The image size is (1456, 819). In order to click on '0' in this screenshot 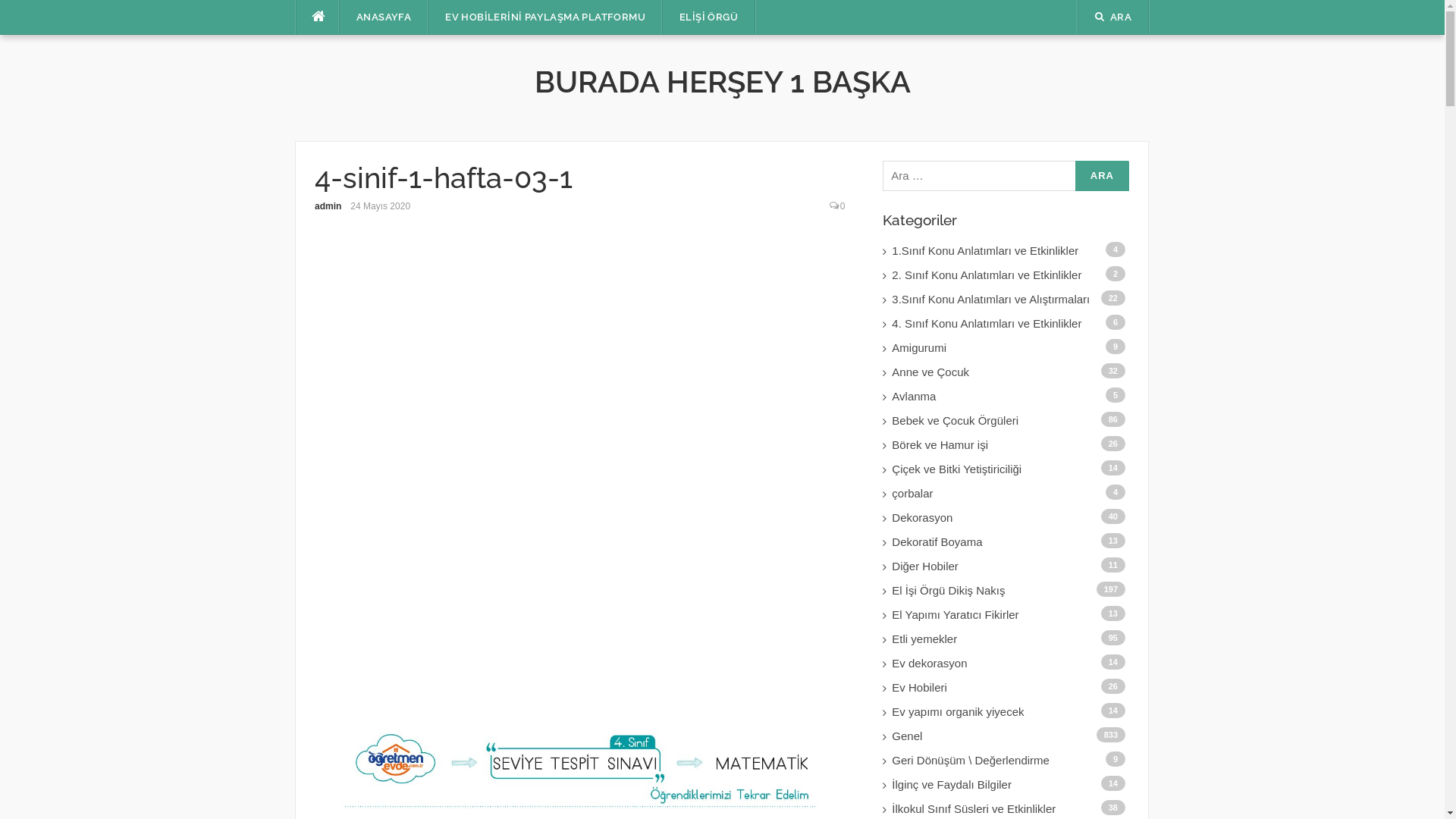, I will do `click(842, 206)`.